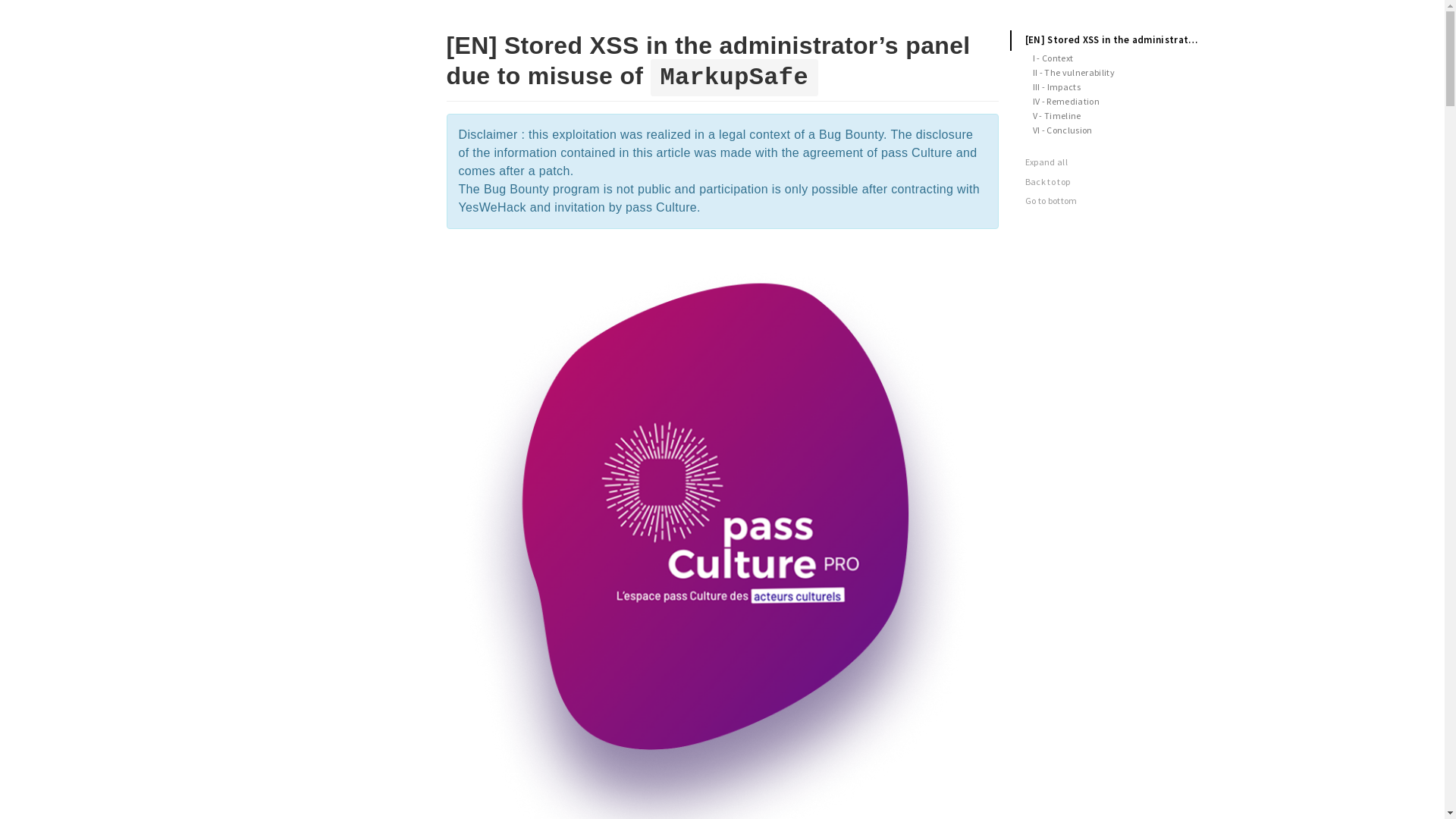 The height and width of the screenshot is (819, 1456). I want to click on 'Back to top', so click(1115, 180).